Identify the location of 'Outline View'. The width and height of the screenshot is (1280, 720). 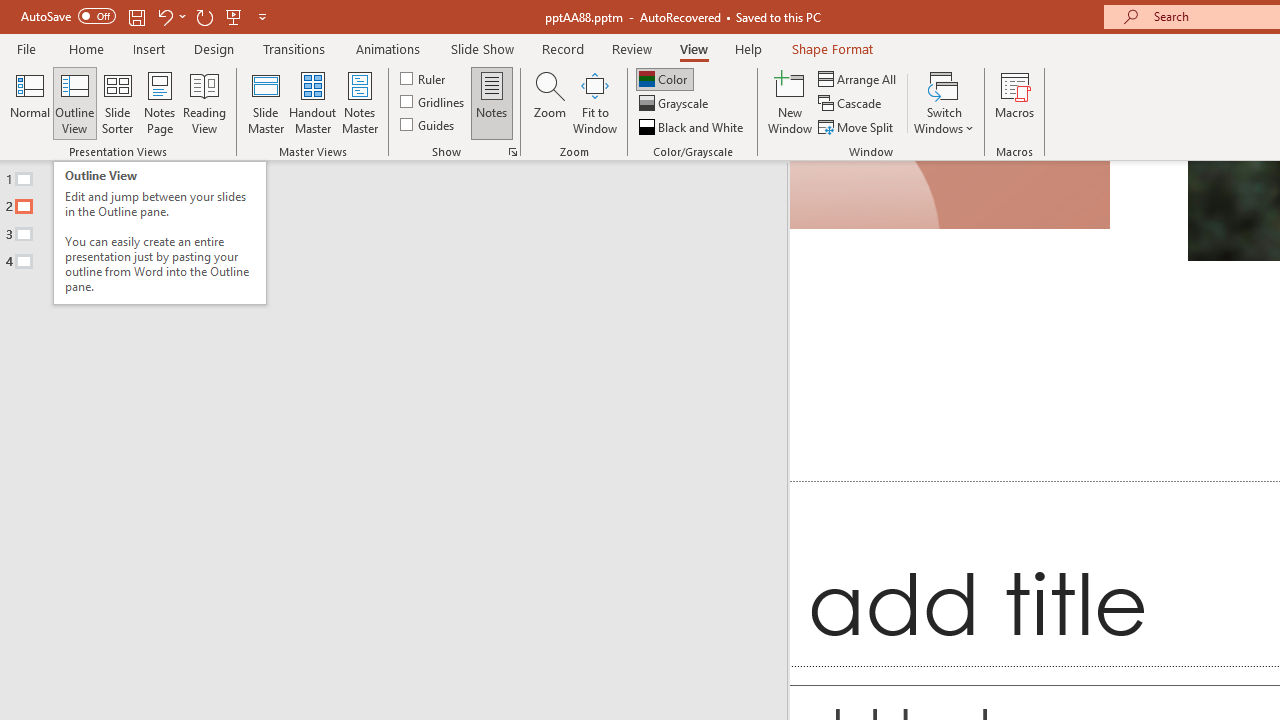
(74, 103).